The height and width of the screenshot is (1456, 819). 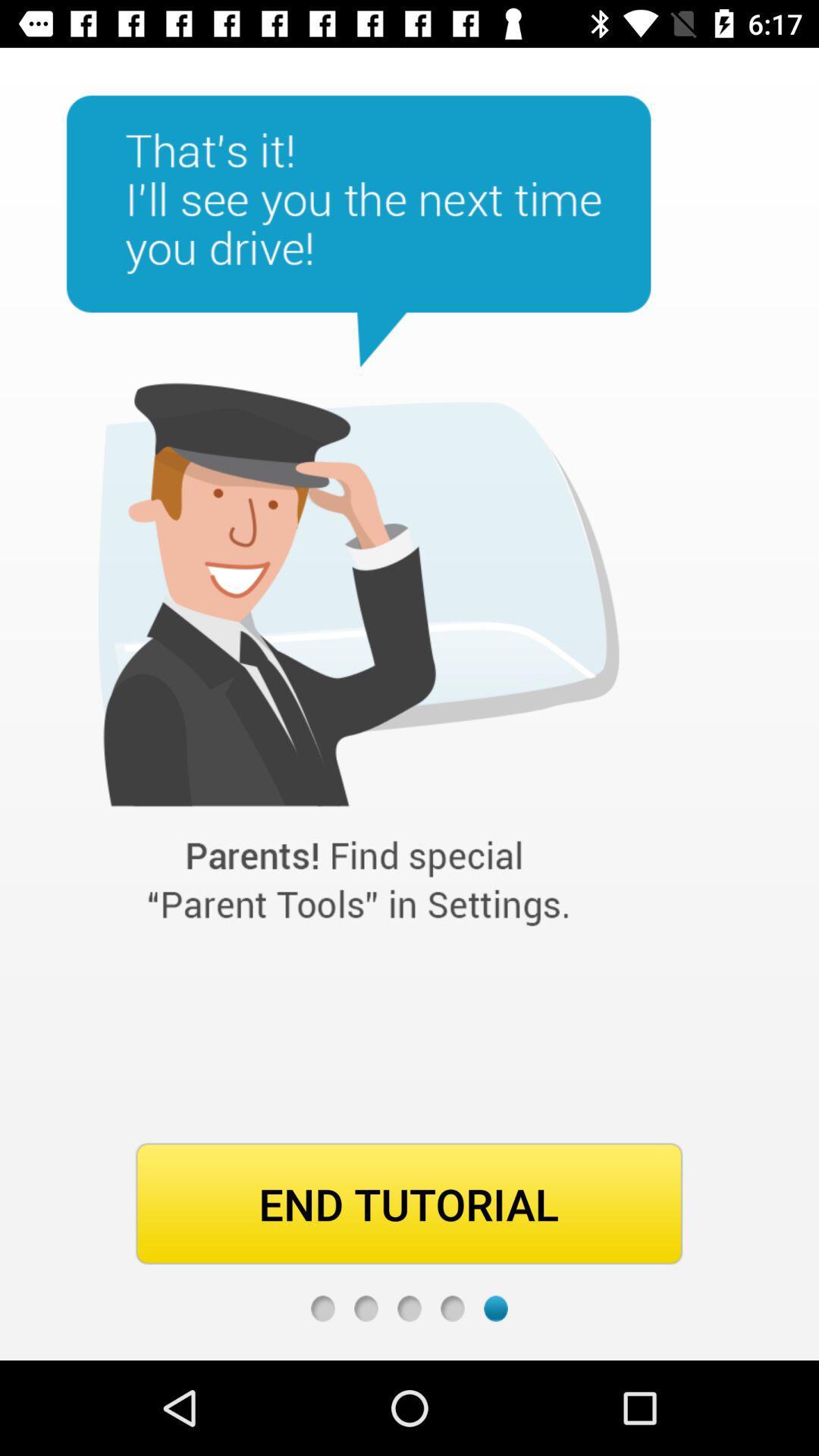 I want to click on fourth page, so click(x=452, y=1307).